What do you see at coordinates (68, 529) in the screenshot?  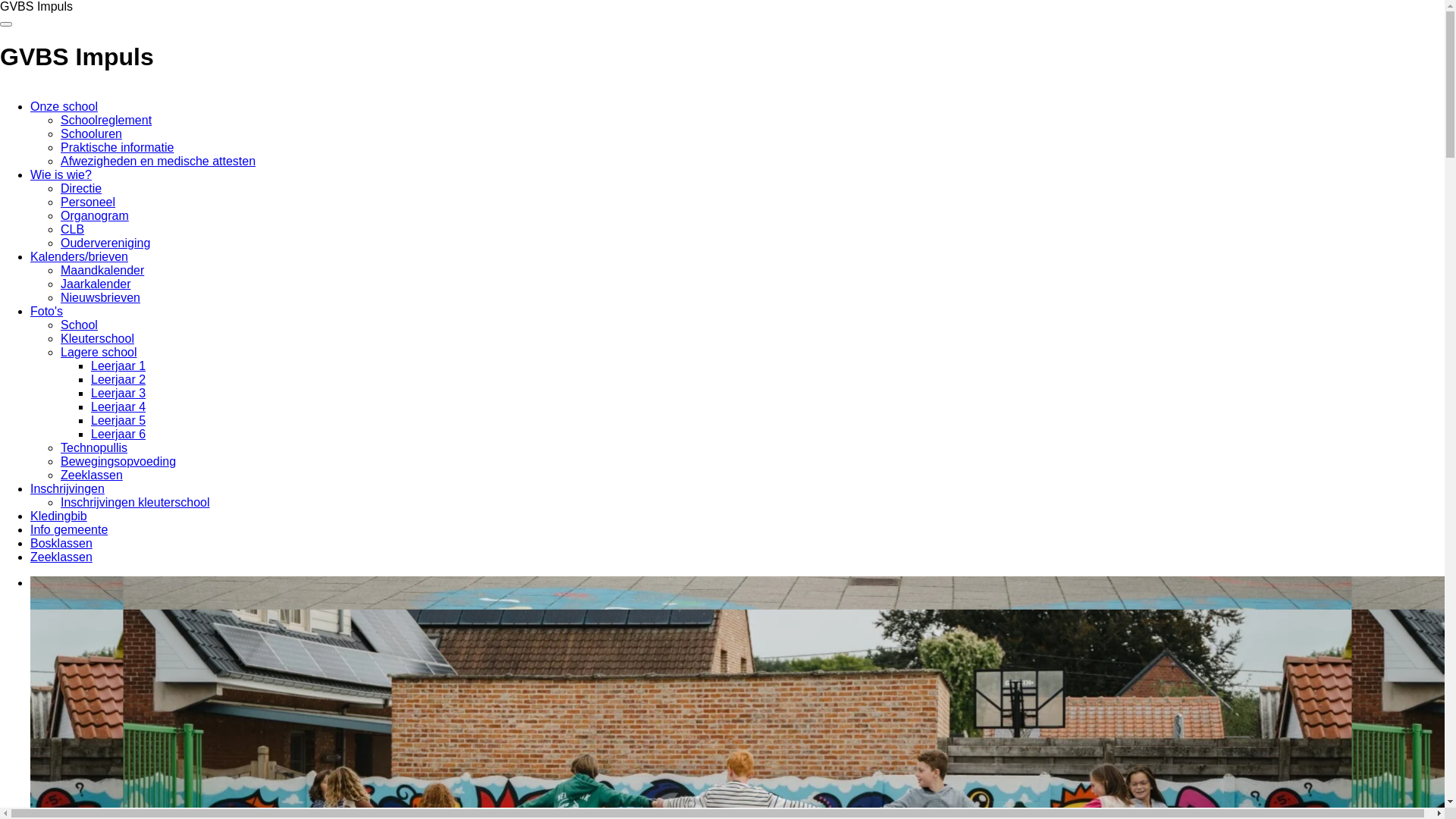 I see `'Info gemeente'` at bounding box center [68, 529].